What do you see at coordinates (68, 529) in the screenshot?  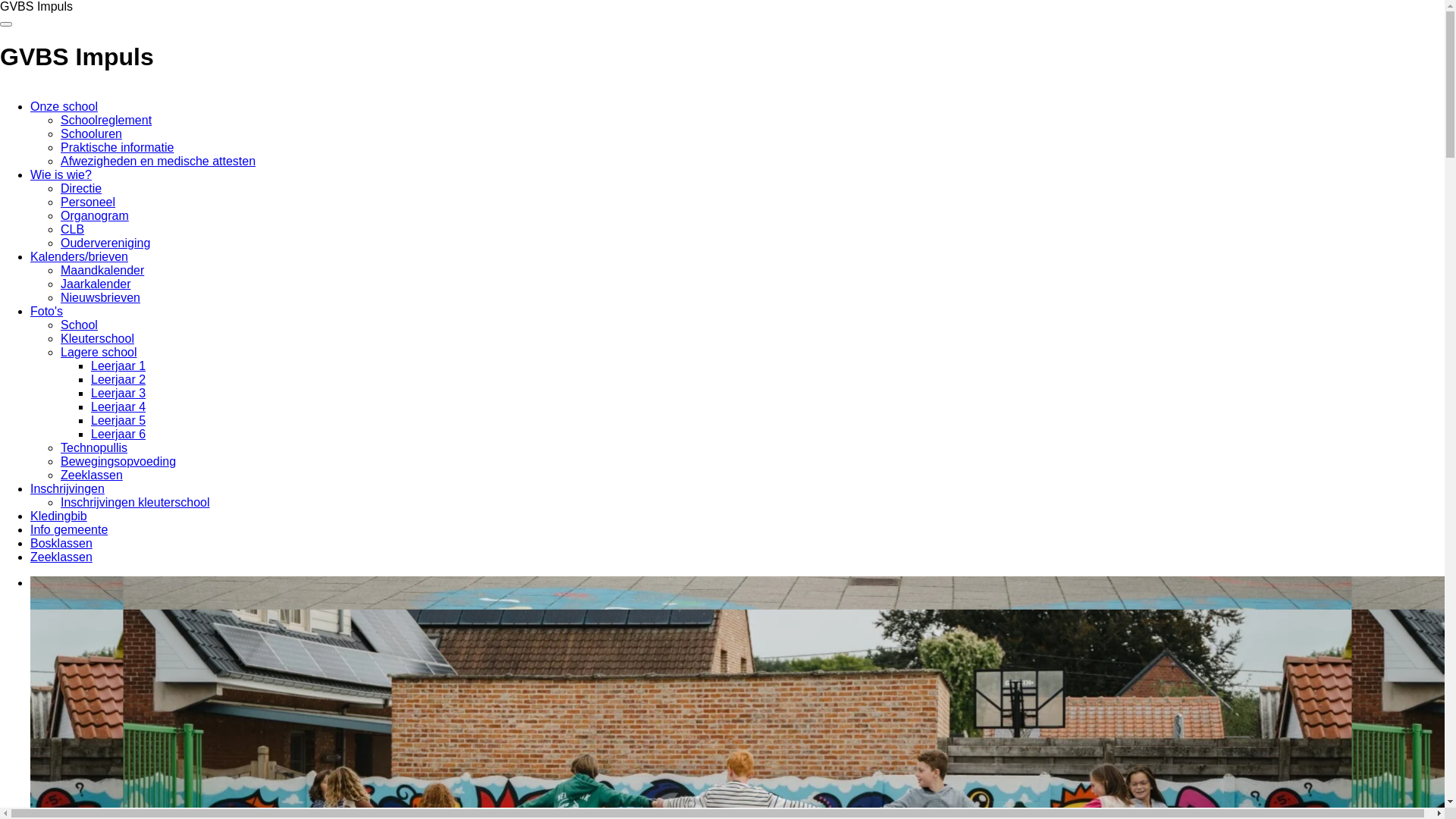 I see `'Info gemeente'` at bounding box center [68, 529].